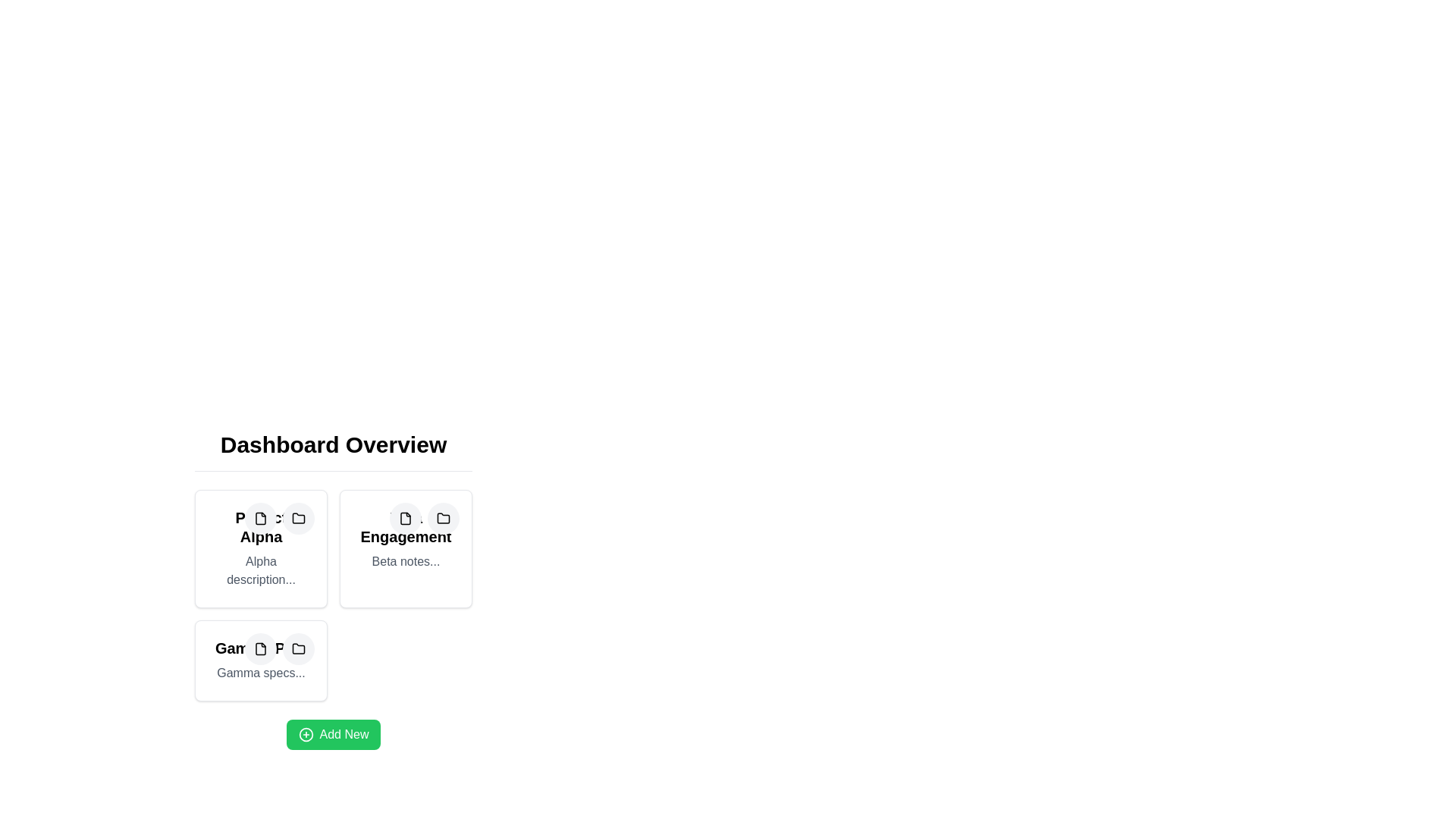  I want to click on the folder icon button located in the third card of a 2x2 grid layout at the top of the card, so click(298, 648).